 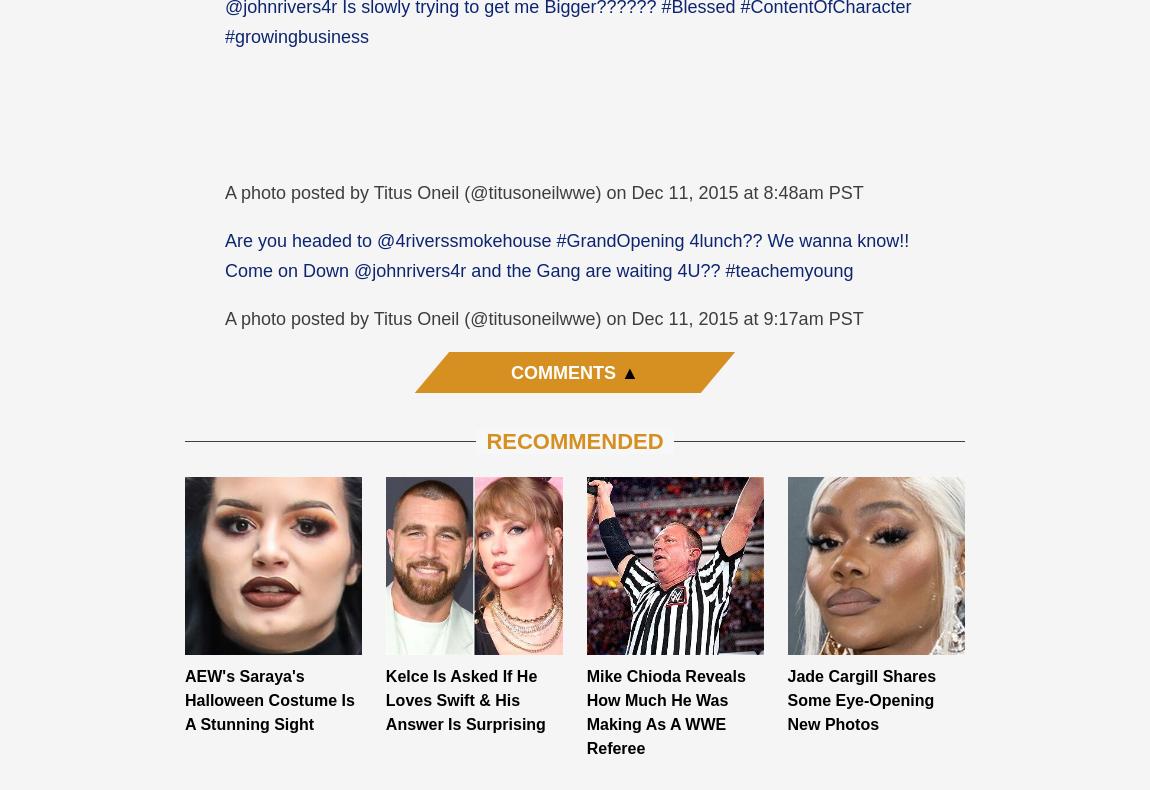 What do you see at coordinates (860, 698) in the screenshot?
I see `'Jade Cargill Shares Some Eye-Opening New Photos'` at bounding box center [860, 698].